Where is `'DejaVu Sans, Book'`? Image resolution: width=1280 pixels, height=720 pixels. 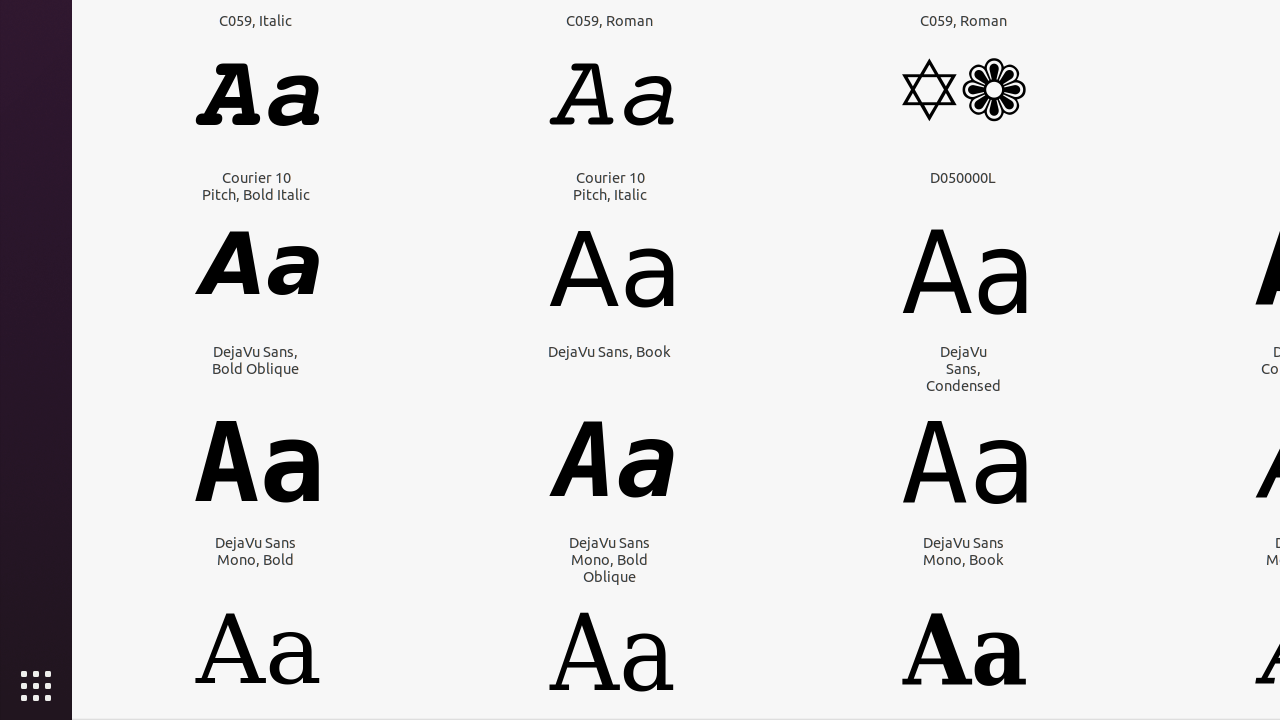
'DejaVu Sans, Book' is located at coordinates (608, 350).